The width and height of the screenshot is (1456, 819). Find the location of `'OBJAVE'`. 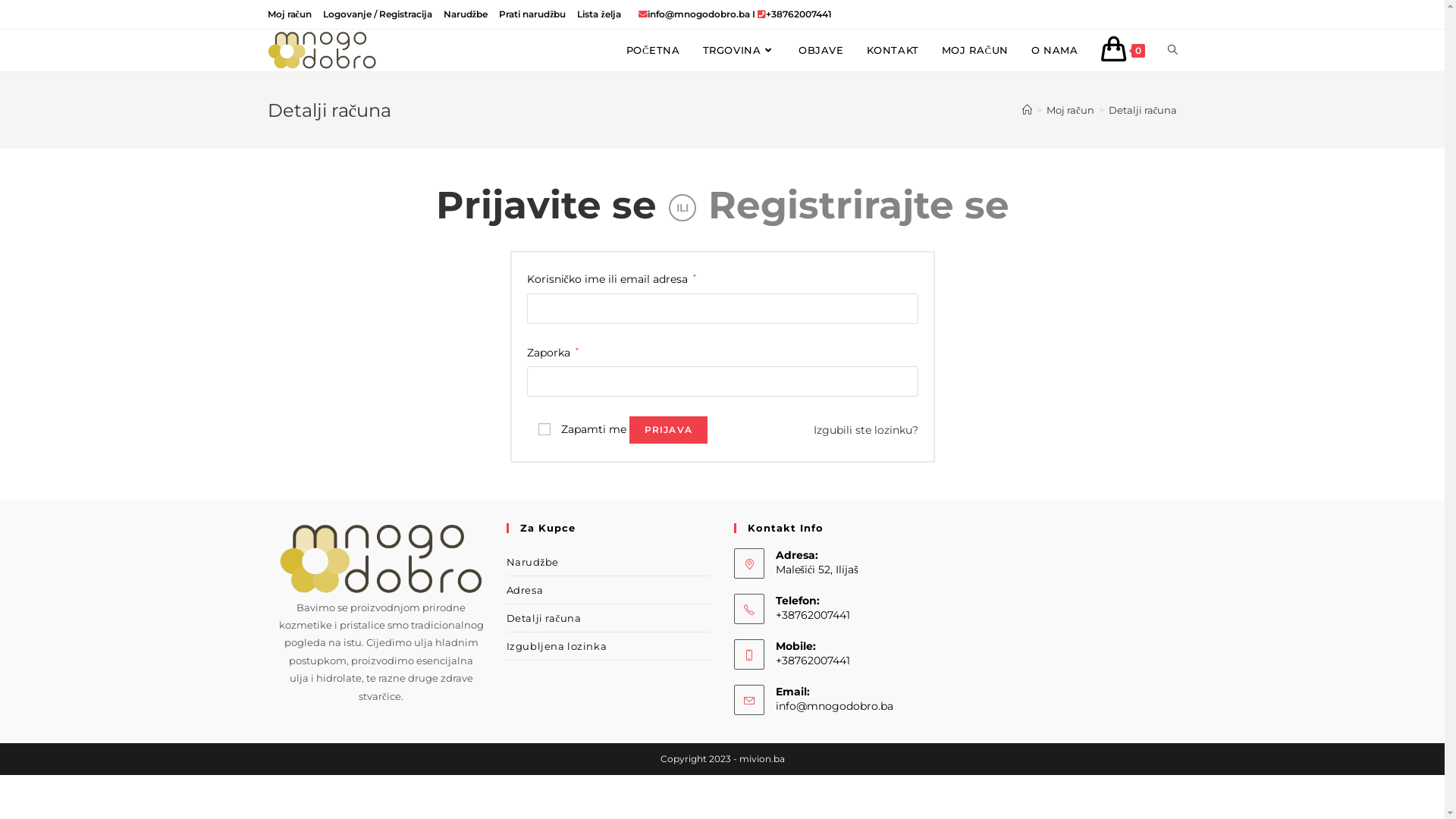

'OBJAVE' is located at coordinates (821, 49).